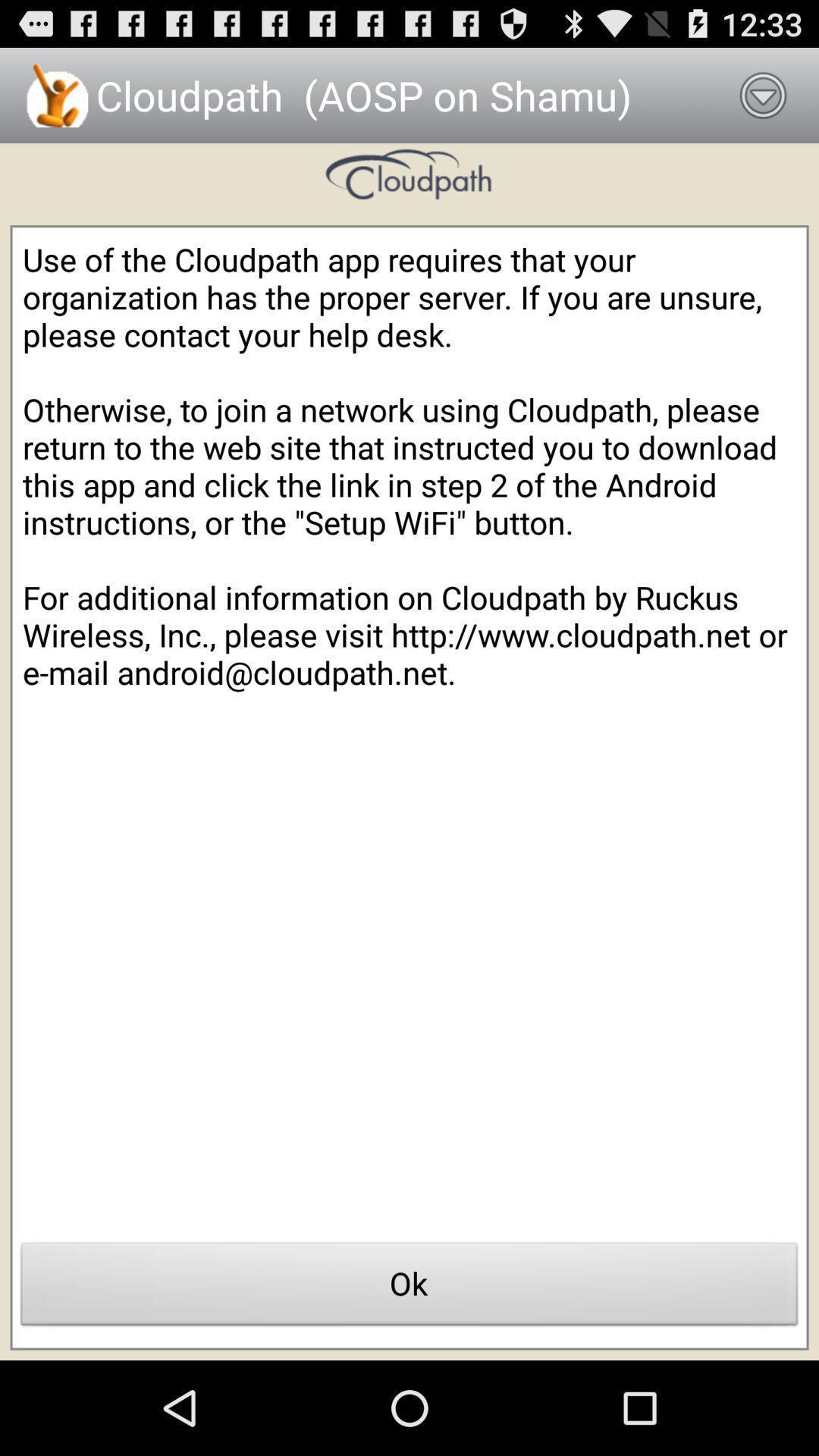  Describe the element at coordinates (763, 94) in the screenshot. I see `the icon to the right of cloudpath aosp on item` at that location.